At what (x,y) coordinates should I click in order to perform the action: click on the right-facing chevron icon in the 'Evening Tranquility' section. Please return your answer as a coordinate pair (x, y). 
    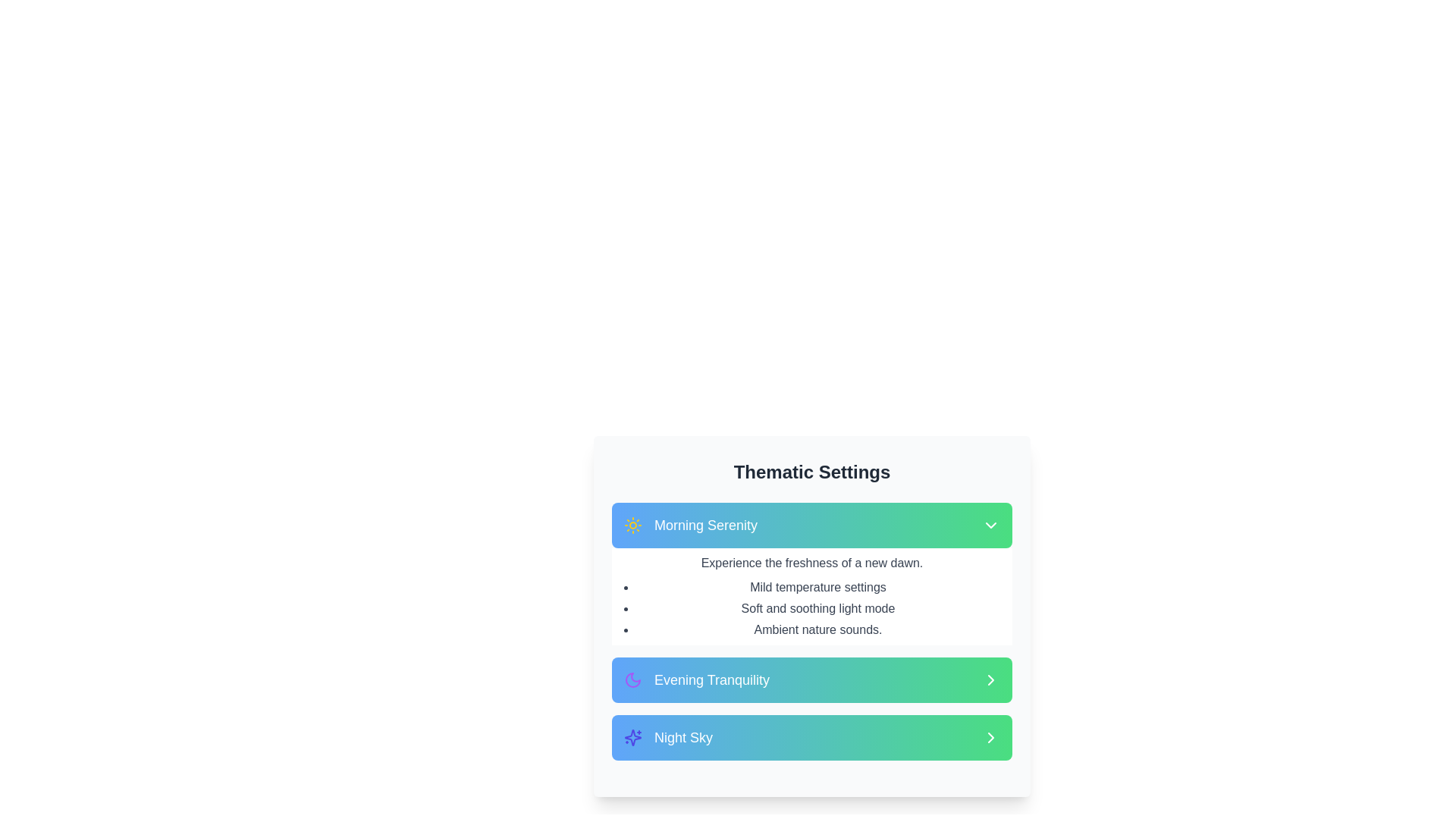
    Looking at the image, I should click on (990, 679).